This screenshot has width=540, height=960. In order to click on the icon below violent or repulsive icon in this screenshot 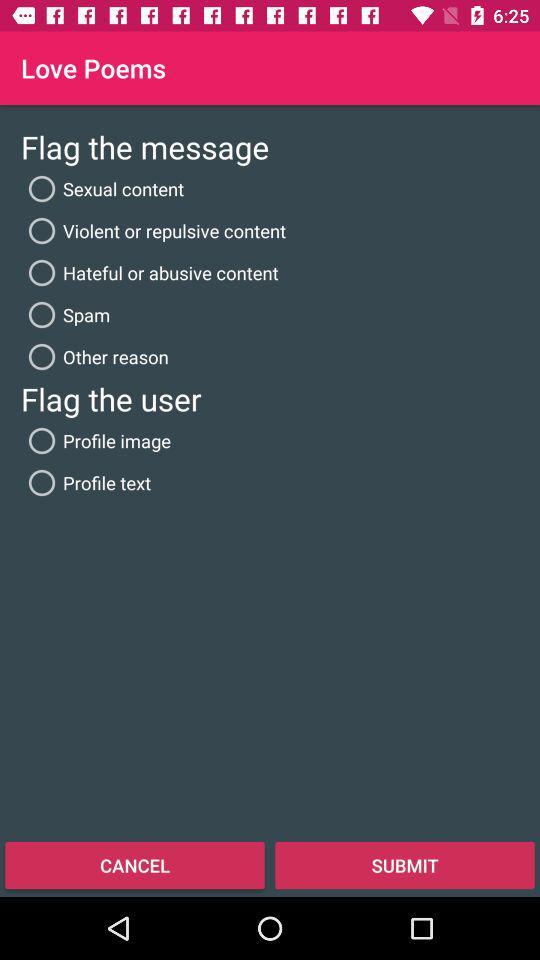, I will do `click(148, 272)`.